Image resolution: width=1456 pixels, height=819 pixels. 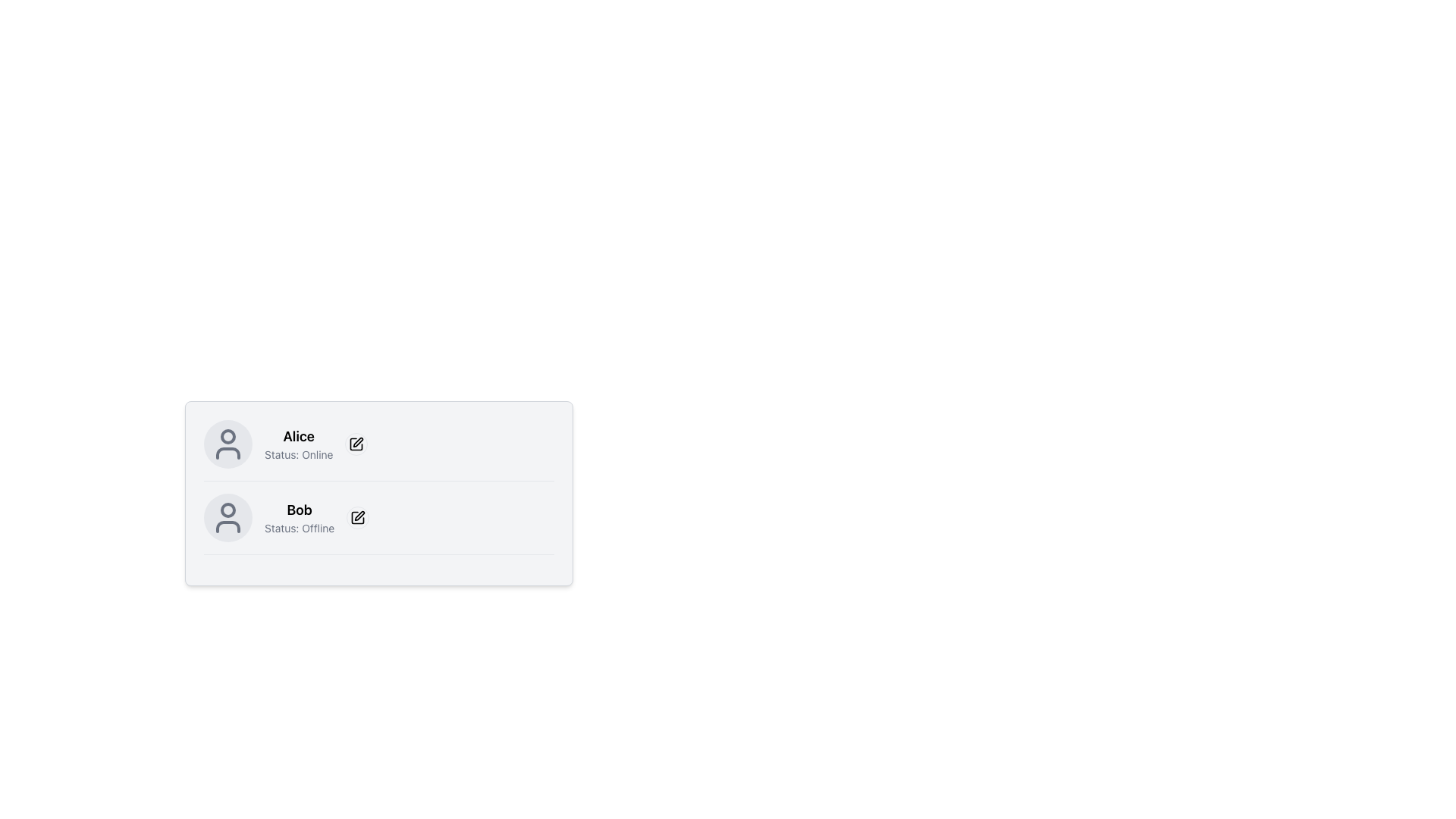 I want to click on the text information element displaying 'Alice' with the status 'Status: Online', located in the user profile section, so click(x=299, y=444).